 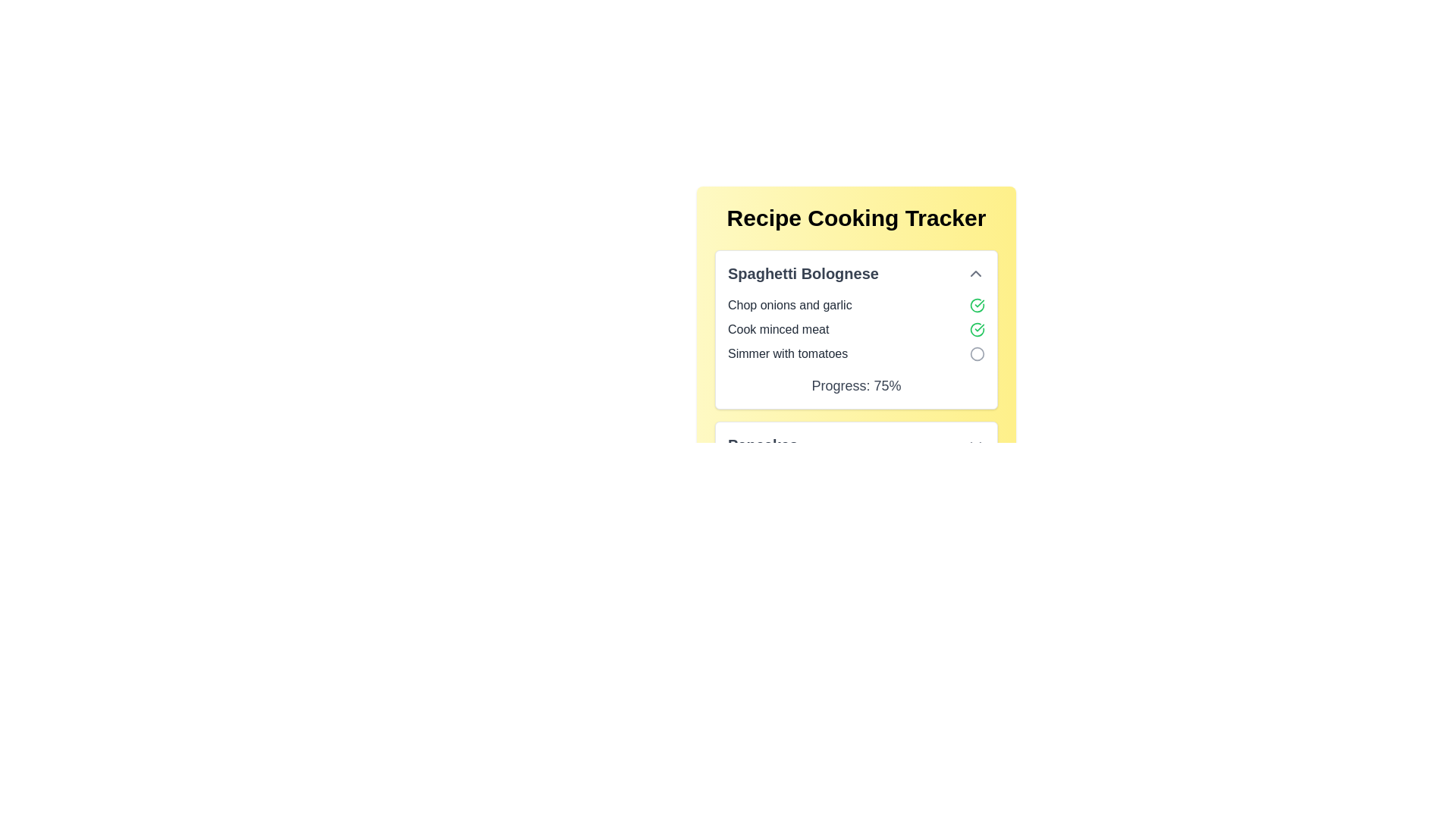 What do you see at coordinates (977, 353) in the screenshot?
I see `the circular status indicator icon for the task 'Simmer with tomatoes' located in the rightmost column of the checklist under the 'Recipe Cooking Tracker' interface` at bounding box center [977, 353].